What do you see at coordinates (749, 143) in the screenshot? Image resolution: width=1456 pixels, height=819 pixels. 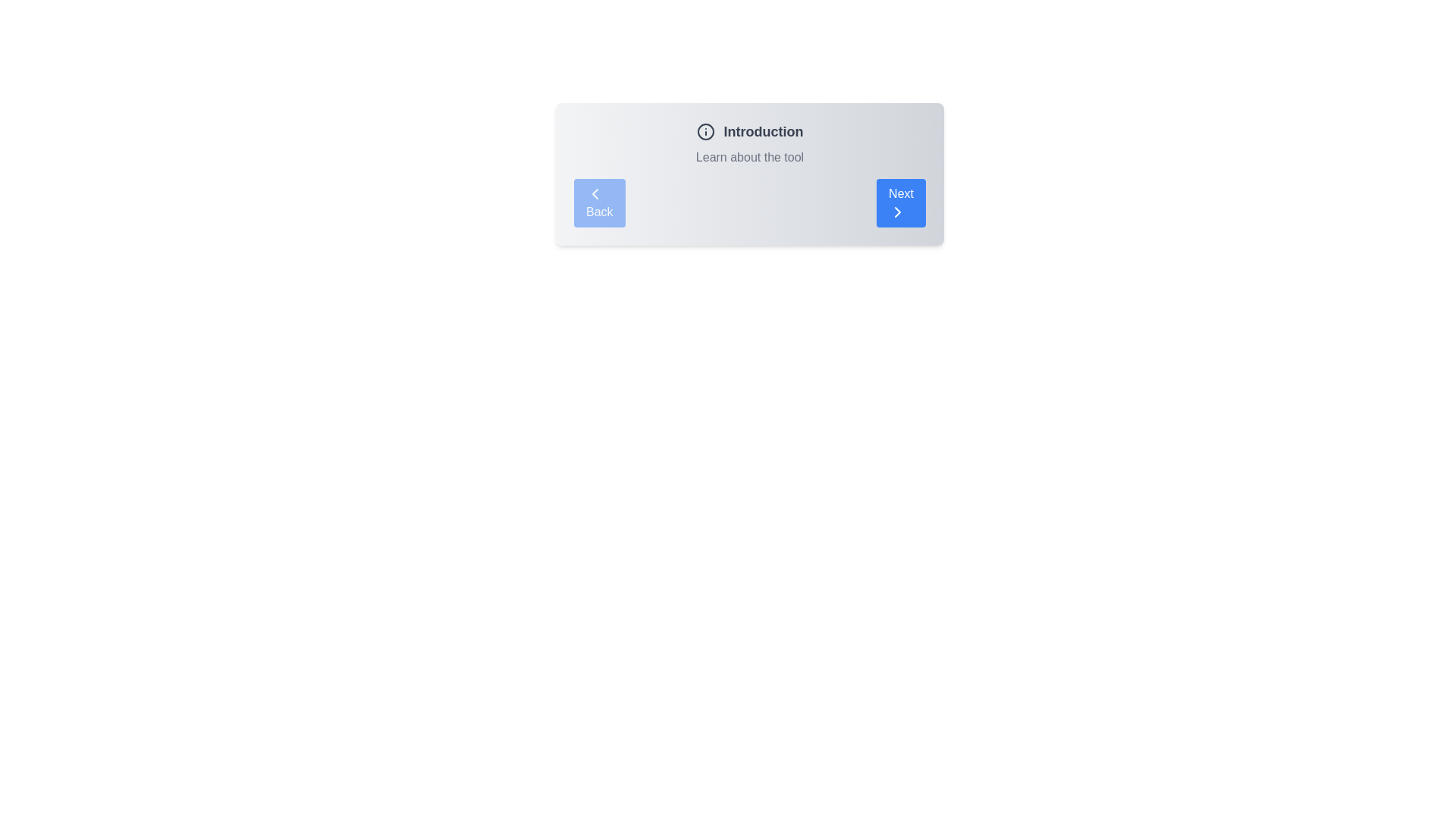 I see `the informational header element that introduces the tool to read the descriptive text` at bounding box center [749, 143].